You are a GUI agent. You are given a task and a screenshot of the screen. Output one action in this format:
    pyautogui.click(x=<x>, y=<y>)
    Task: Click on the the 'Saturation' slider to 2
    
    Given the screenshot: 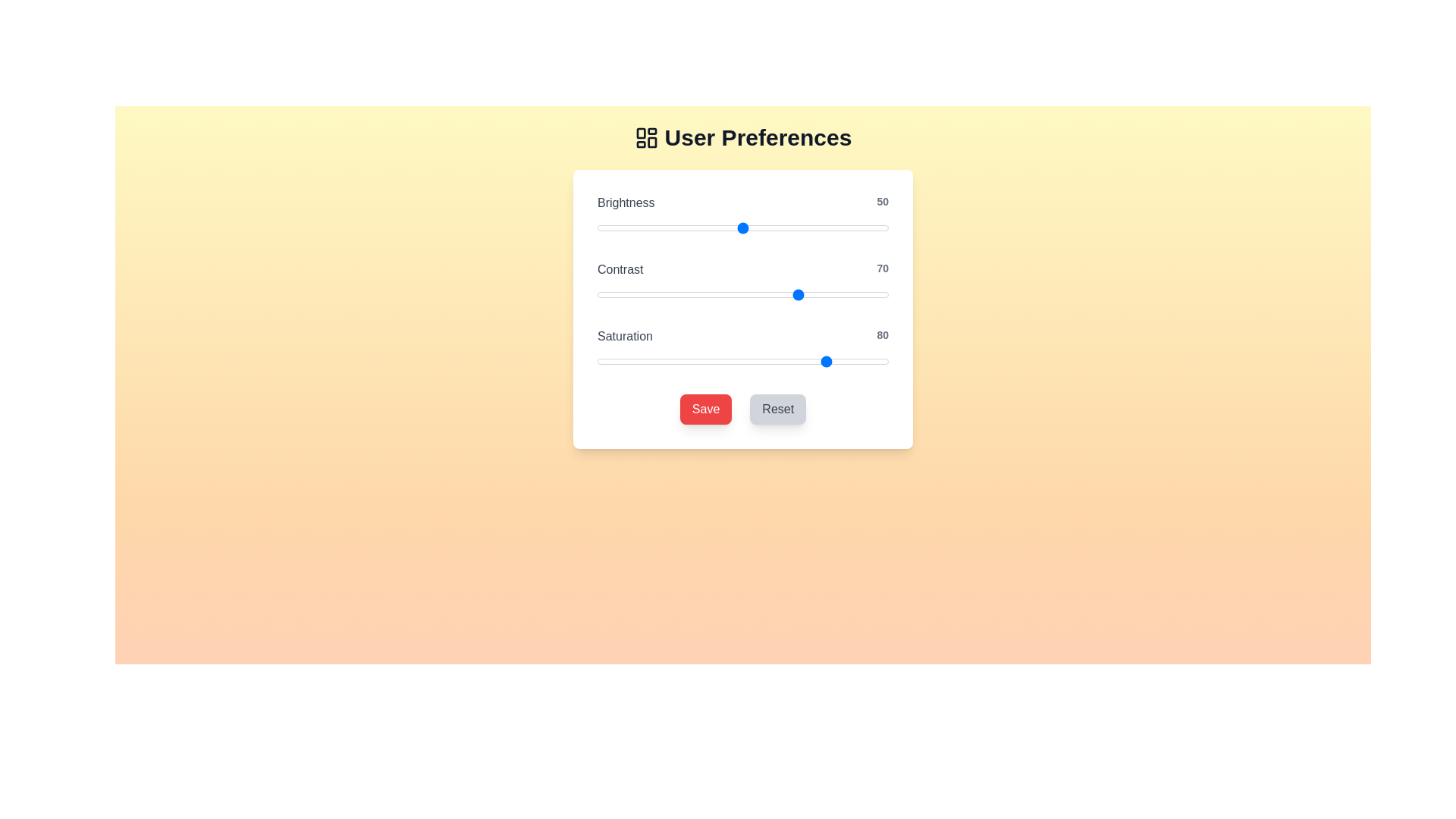 What is the action you would take?
    pyautogui.click(x=602, y=362)
    